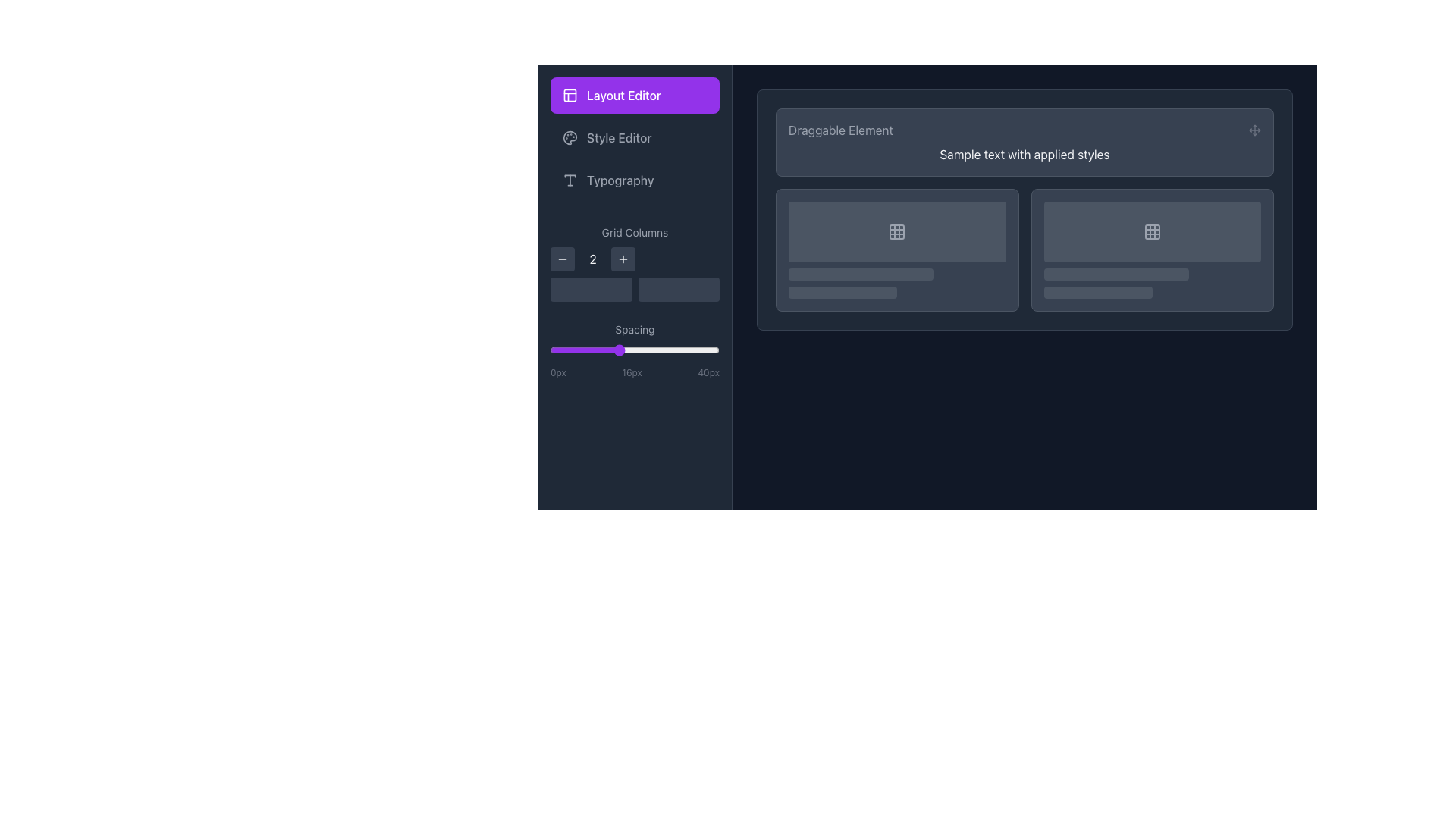 This screenshot has height=819, width=1456. What do you see at coordinates (635, 350) in the screenshot?
I see `the handle of the horizontal slider with a purple accent color located within the dark interface section` at bounding box center [635, 350].